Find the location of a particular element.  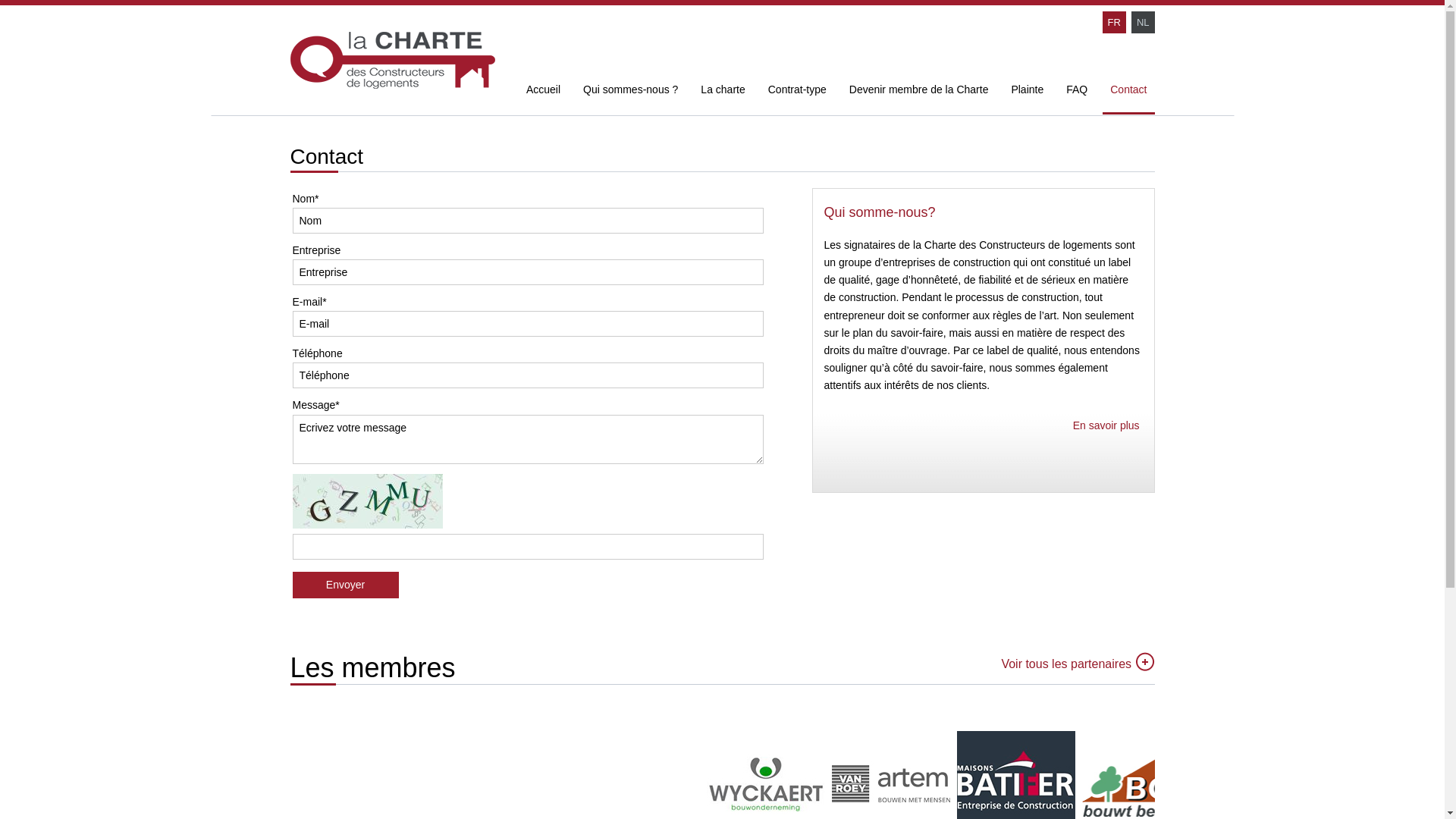

'En savoir plus' is located at coordinates (1072, 425).